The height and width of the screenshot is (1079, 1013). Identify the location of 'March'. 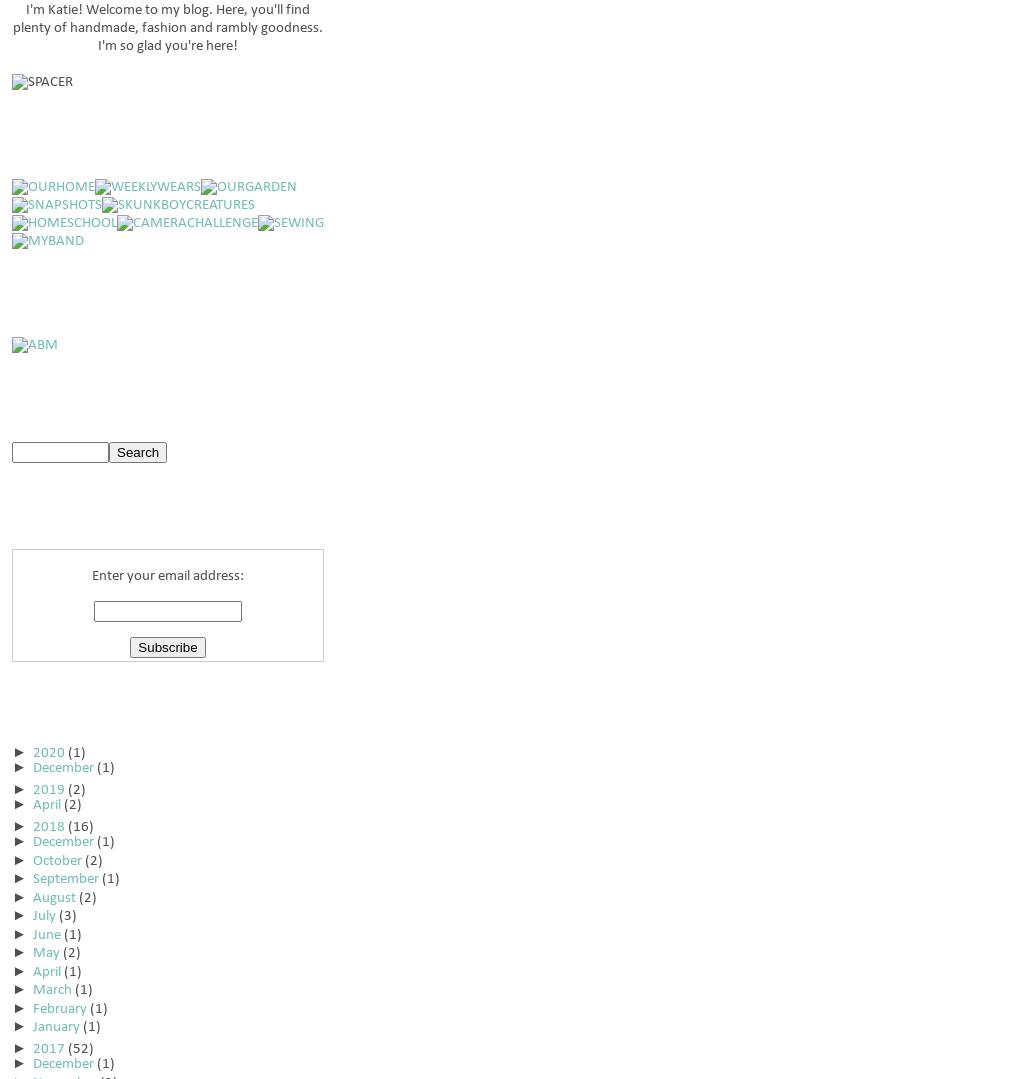
(51, 989).